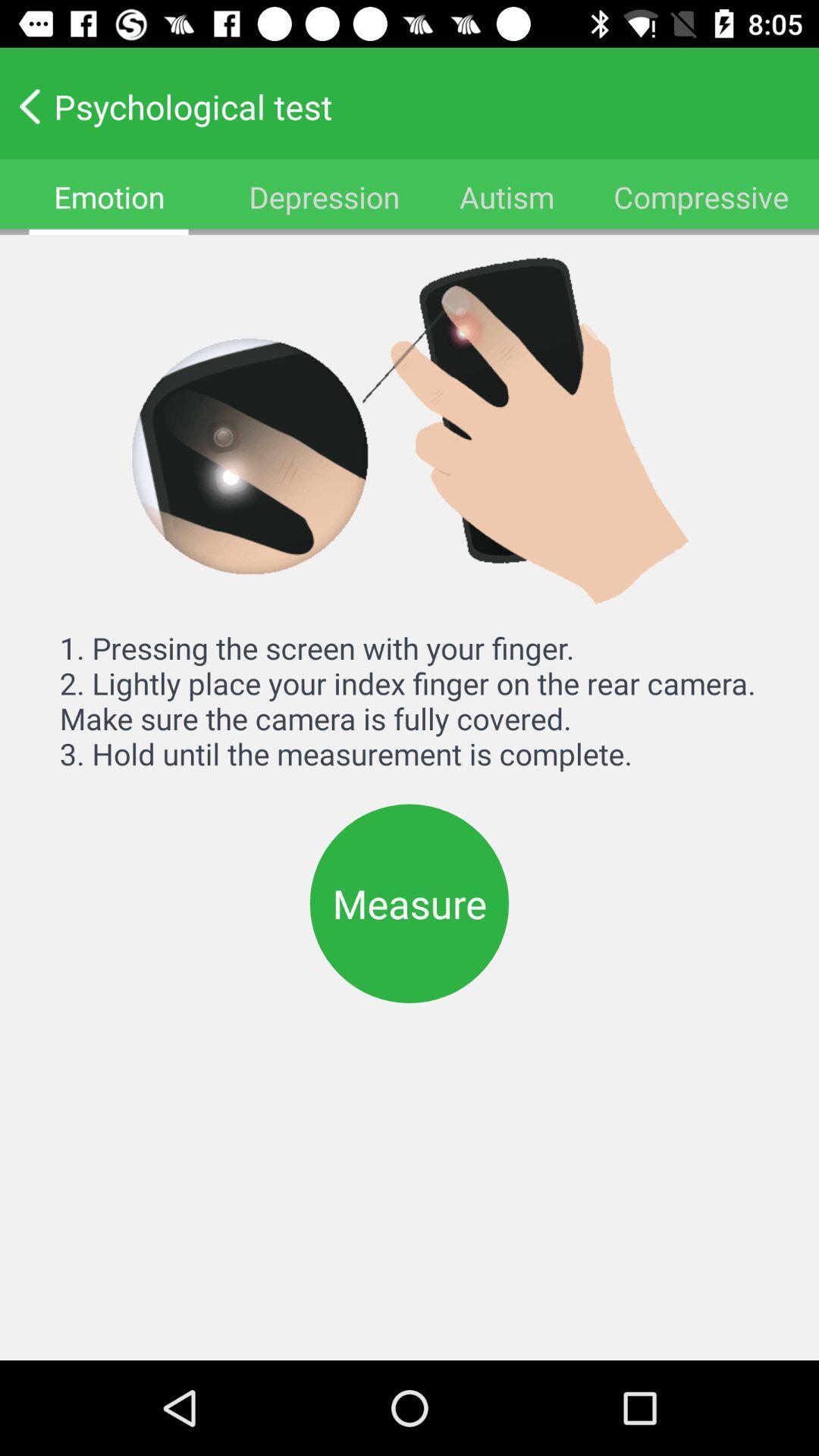 The width and height of the screenshot is (819, 1456). Describe the element at coordinates (108, 196) in the screenshot. I see `icon to the left of the depression icon` at that location.